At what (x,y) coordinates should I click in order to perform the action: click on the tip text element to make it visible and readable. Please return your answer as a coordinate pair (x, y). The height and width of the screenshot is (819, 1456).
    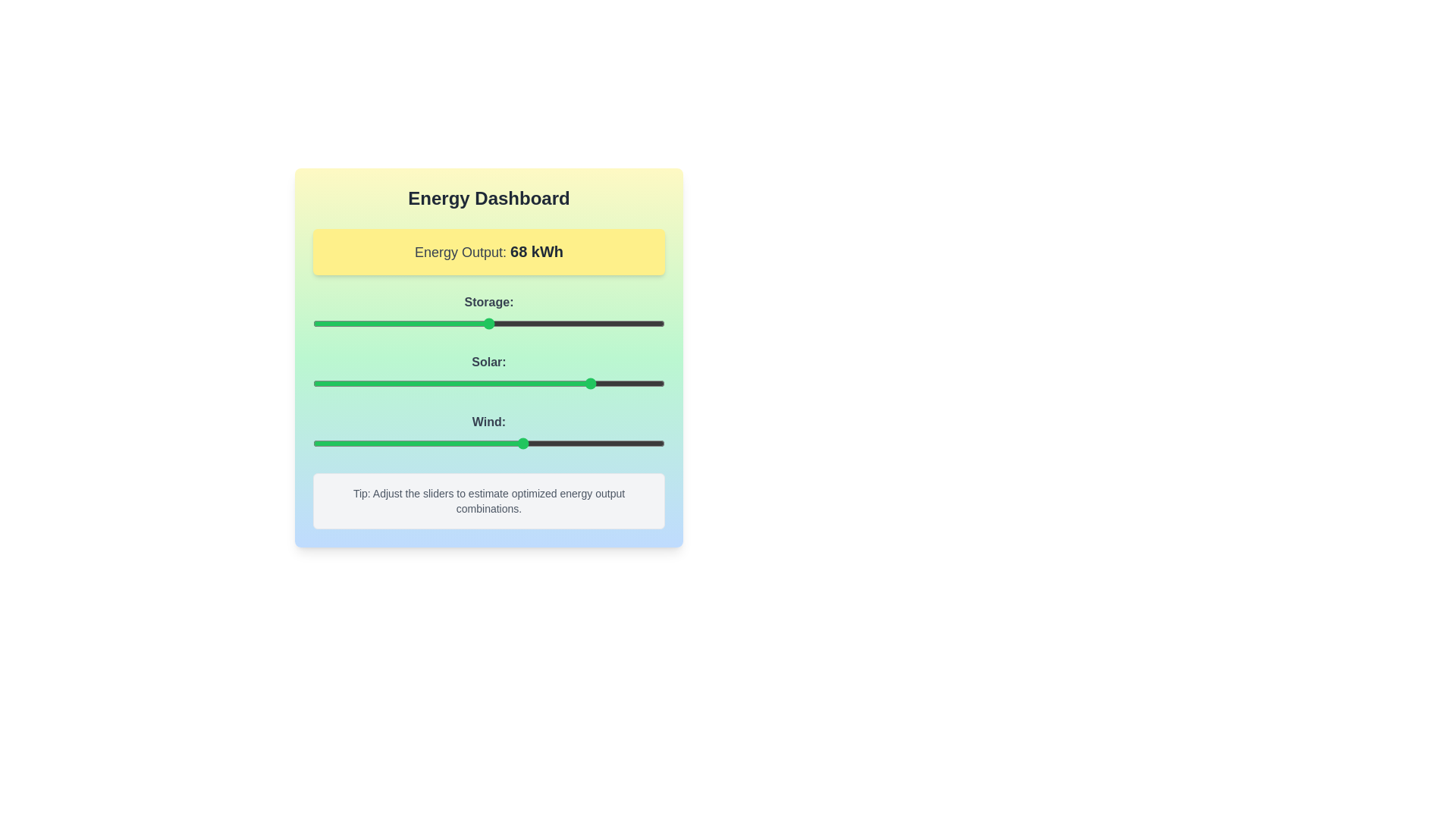
    Looking at the image, I should click on (488, 500).